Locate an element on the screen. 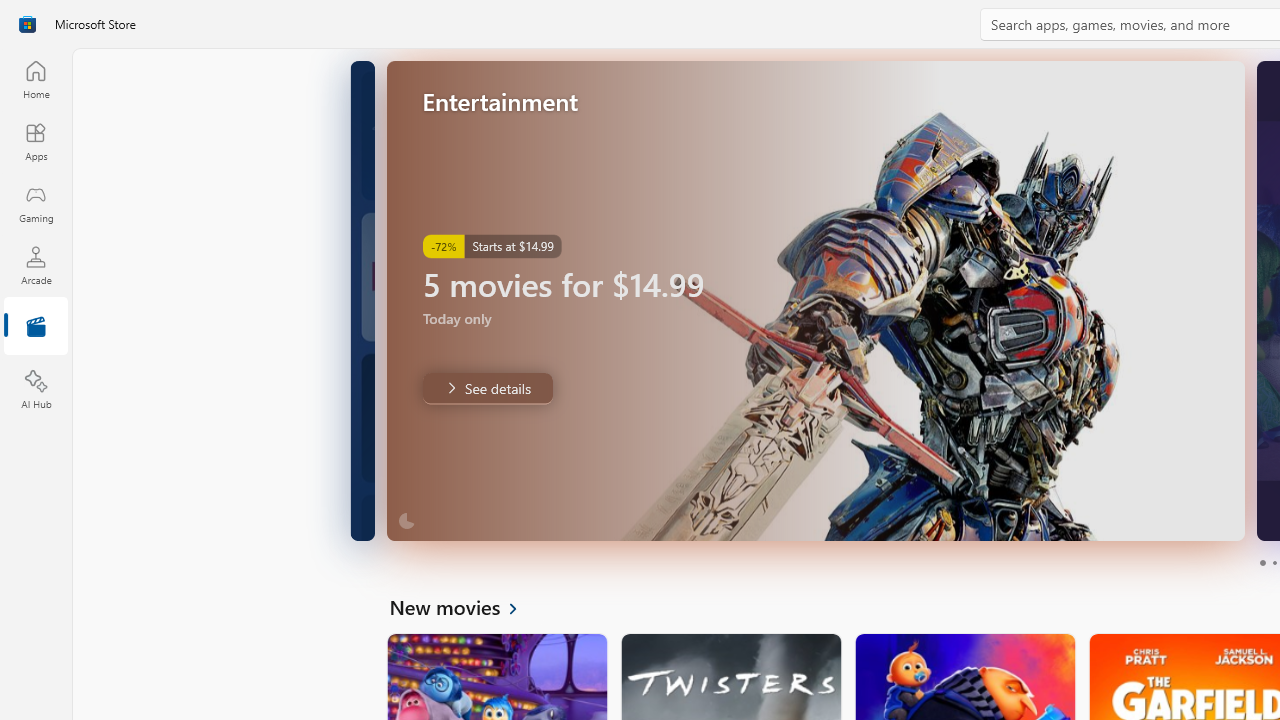 Image resolution: width=1280 pixels, height=720 pixels. 'Page 1' is located at coordinates (1261, 563).